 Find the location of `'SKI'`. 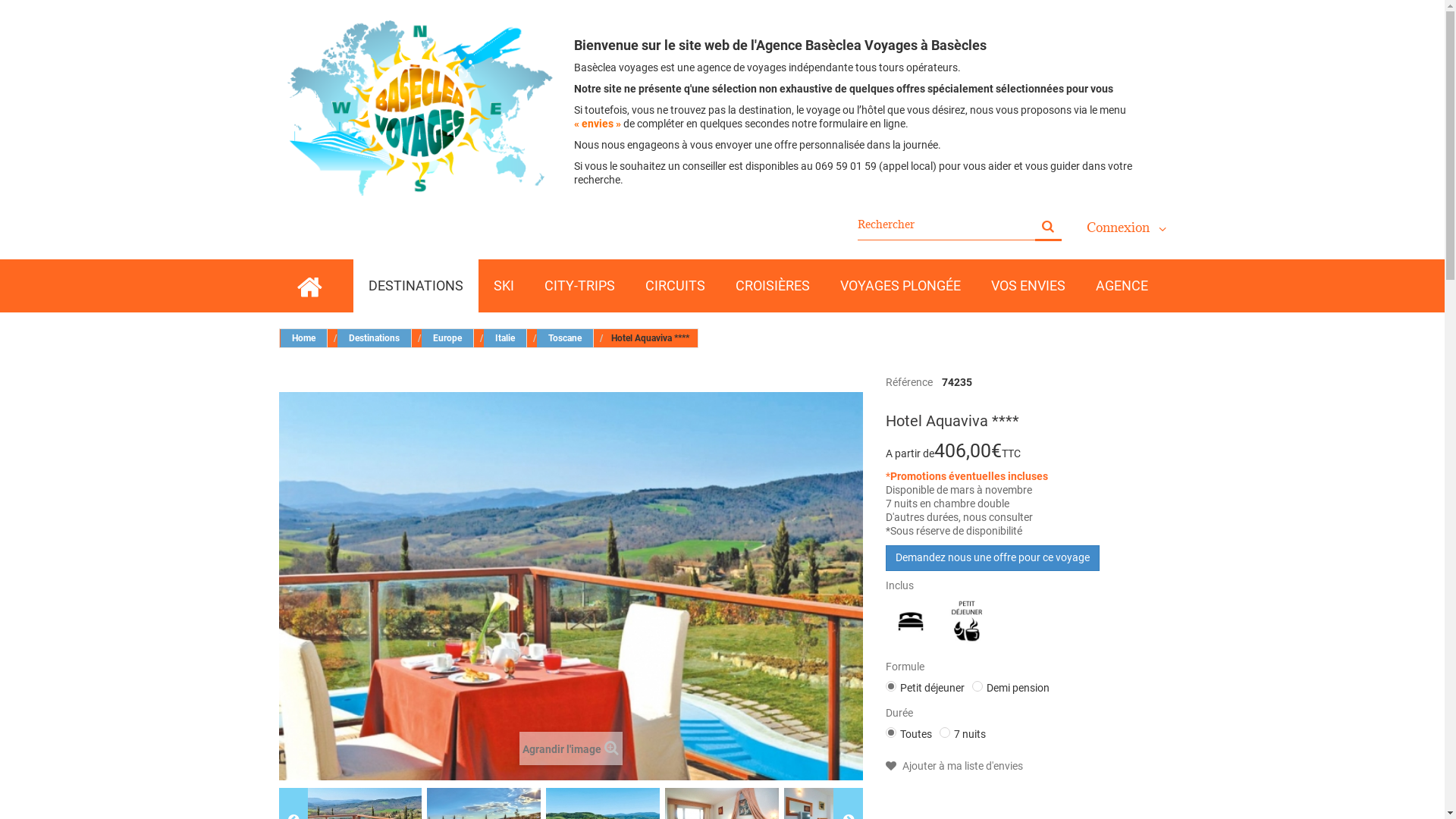

'SKI' is located at coordinates (503, 286).